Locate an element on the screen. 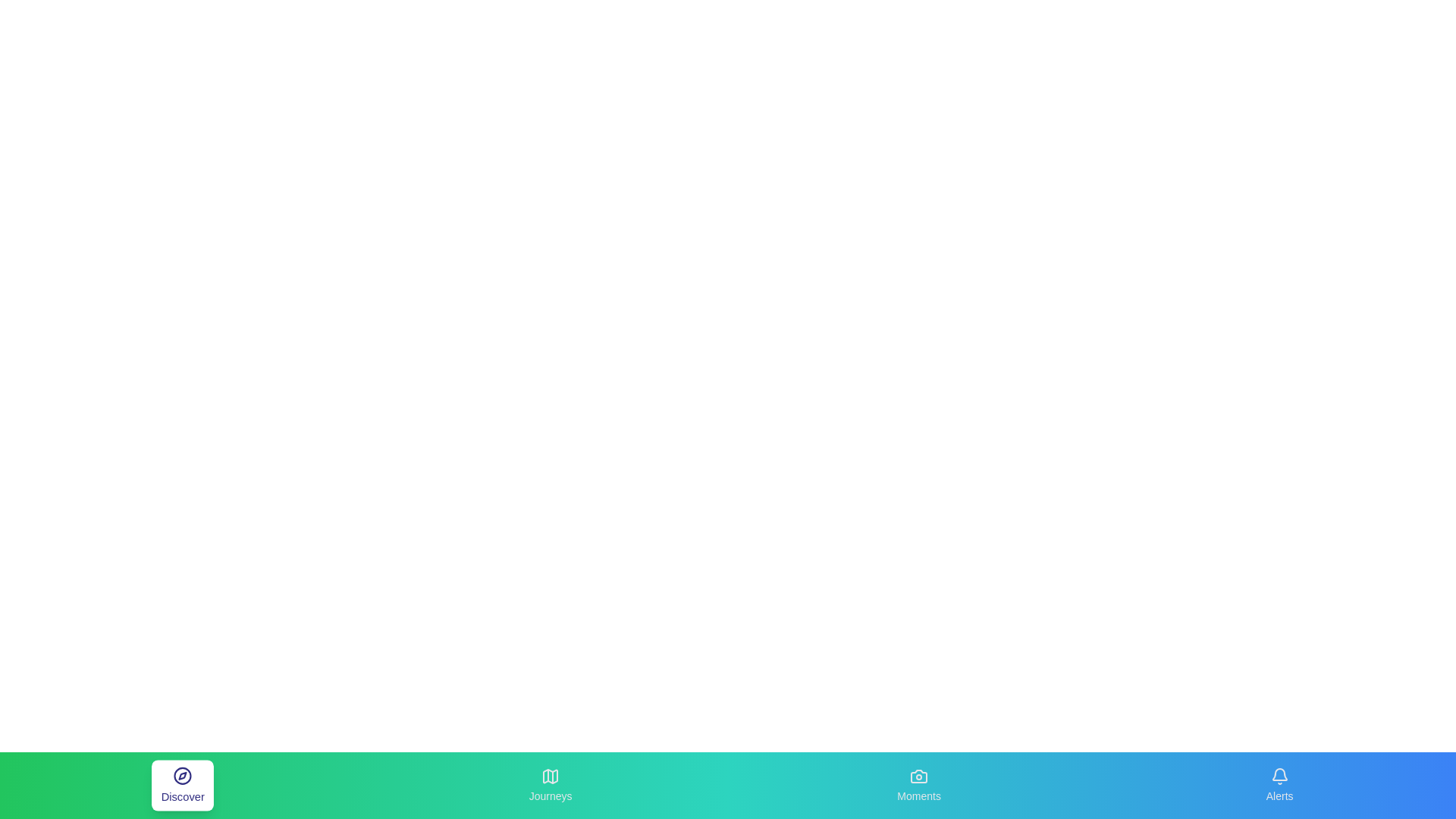  the Discover tab by clicking on its icon or label is located at coordinates (182, 785).